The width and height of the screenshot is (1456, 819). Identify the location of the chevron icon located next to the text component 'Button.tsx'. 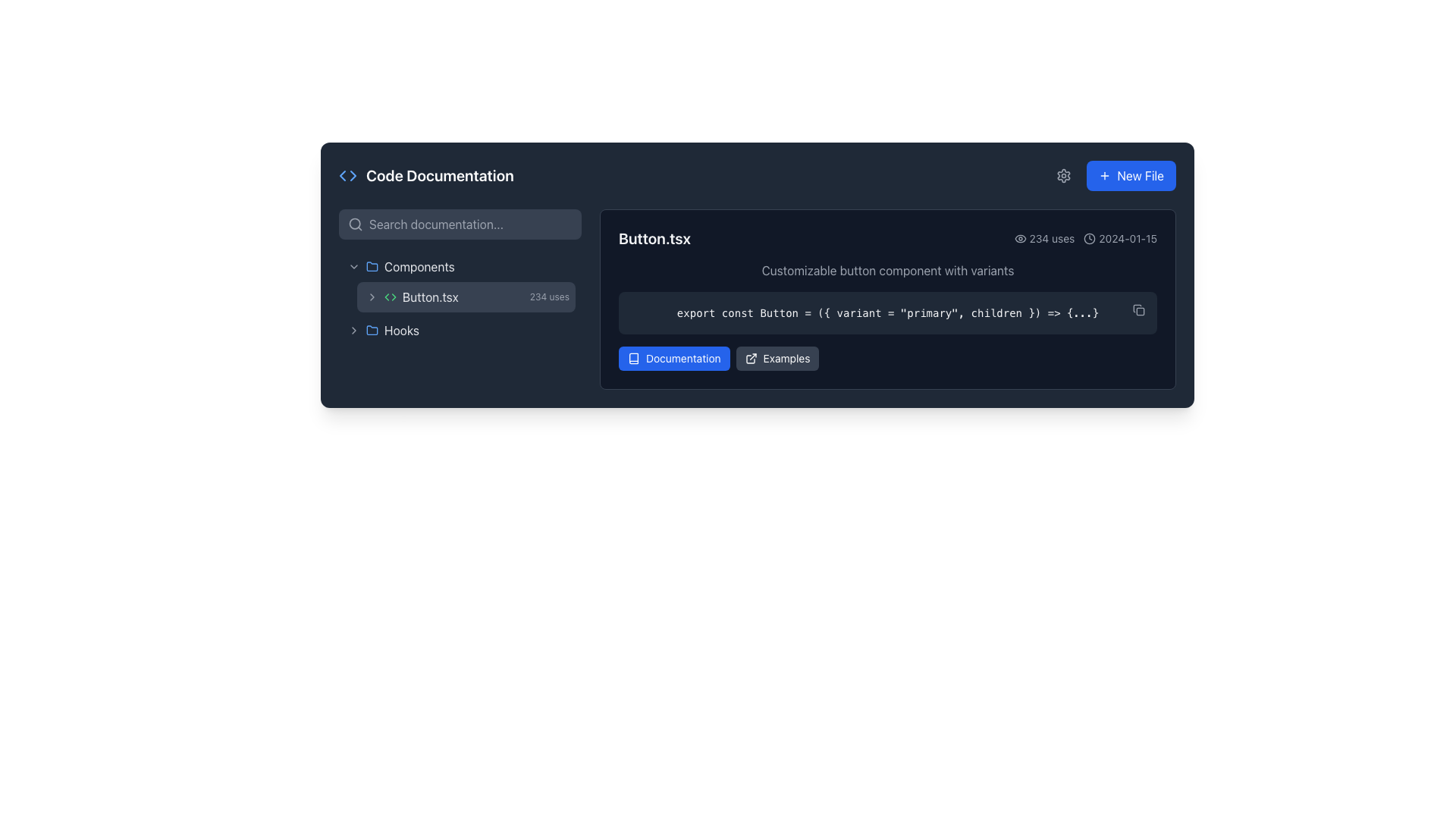
(372, 297).